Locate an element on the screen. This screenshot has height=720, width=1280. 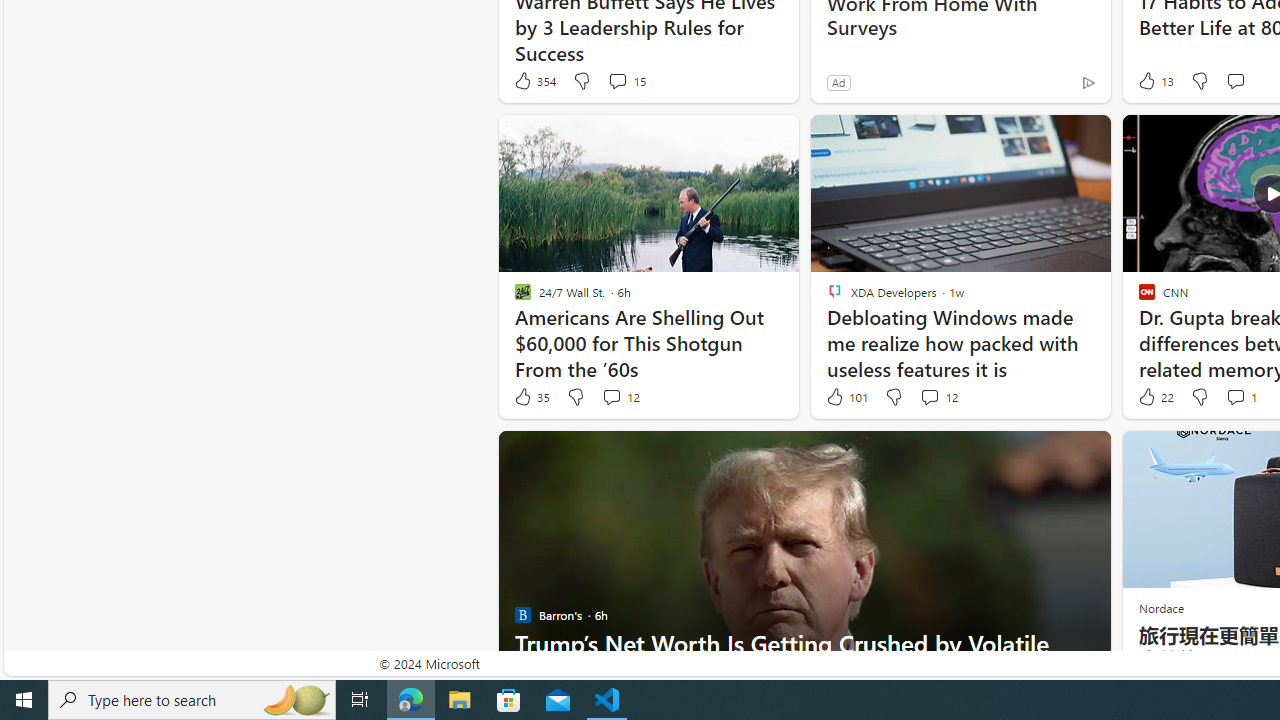
'View comments 15 Comment' is located at coordinates (625, 80).